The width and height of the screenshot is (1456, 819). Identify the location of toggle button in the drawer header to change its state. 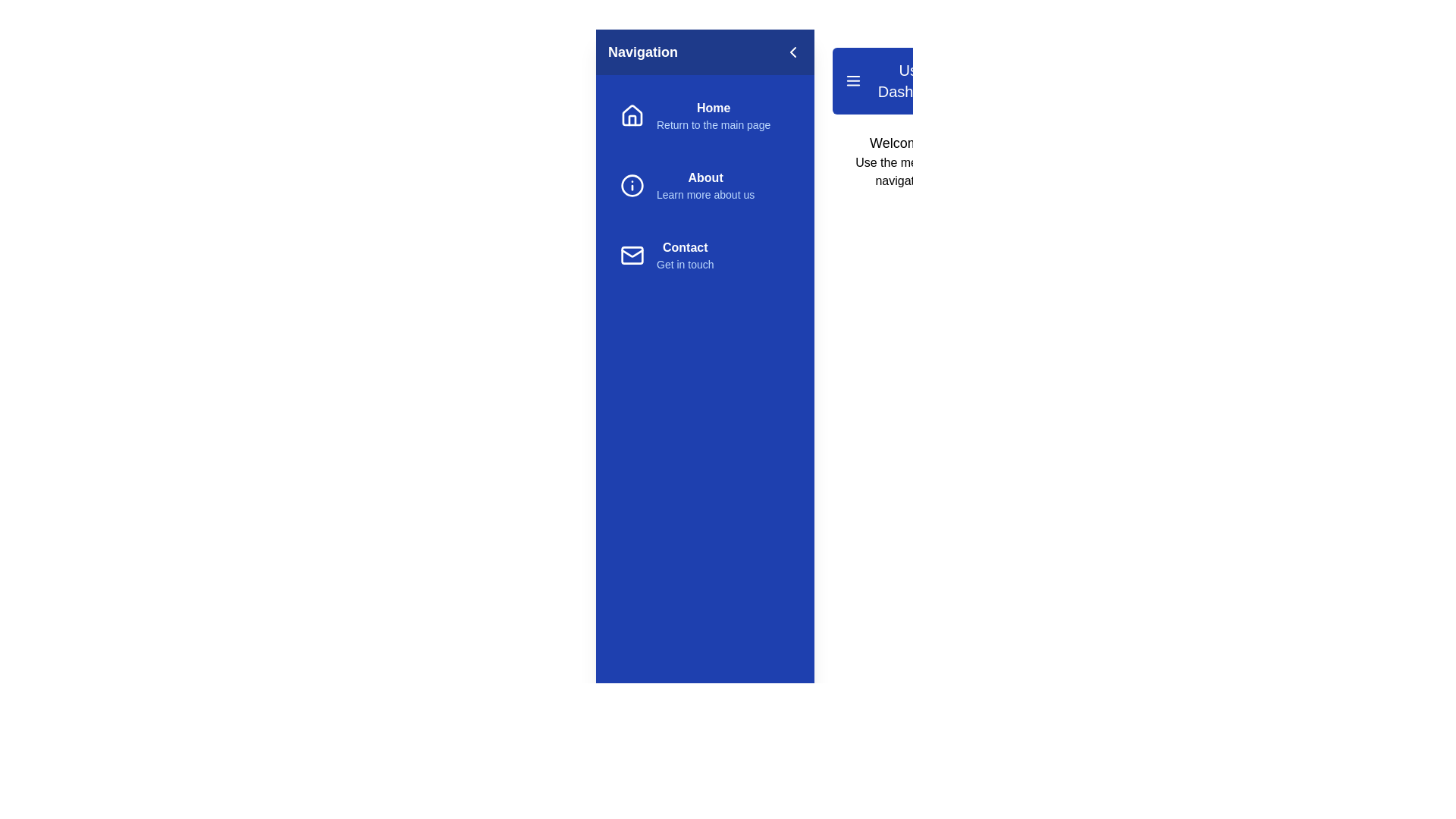
(792, 52).